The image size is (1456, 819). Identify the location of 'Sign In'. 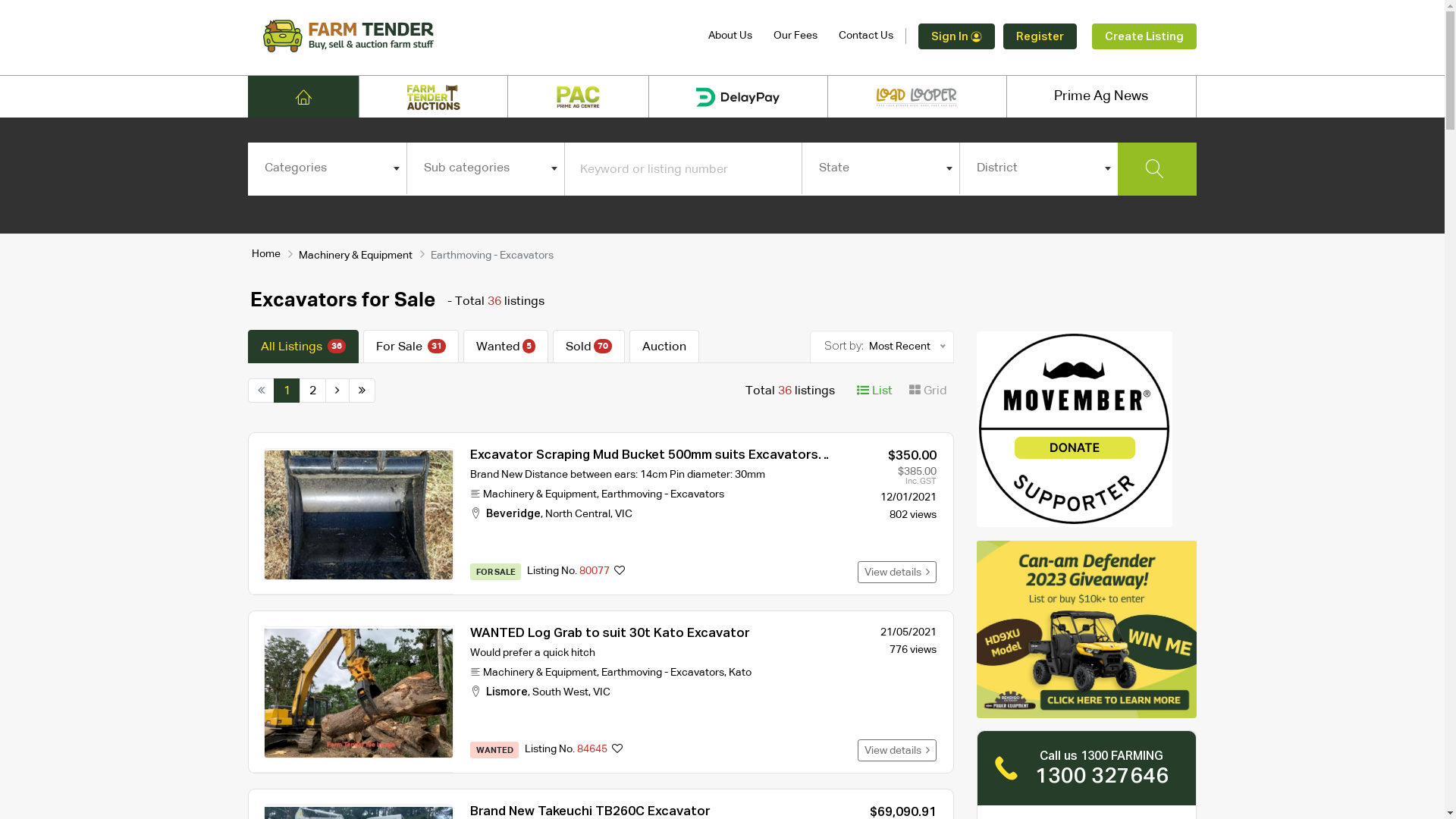
(955, 36).